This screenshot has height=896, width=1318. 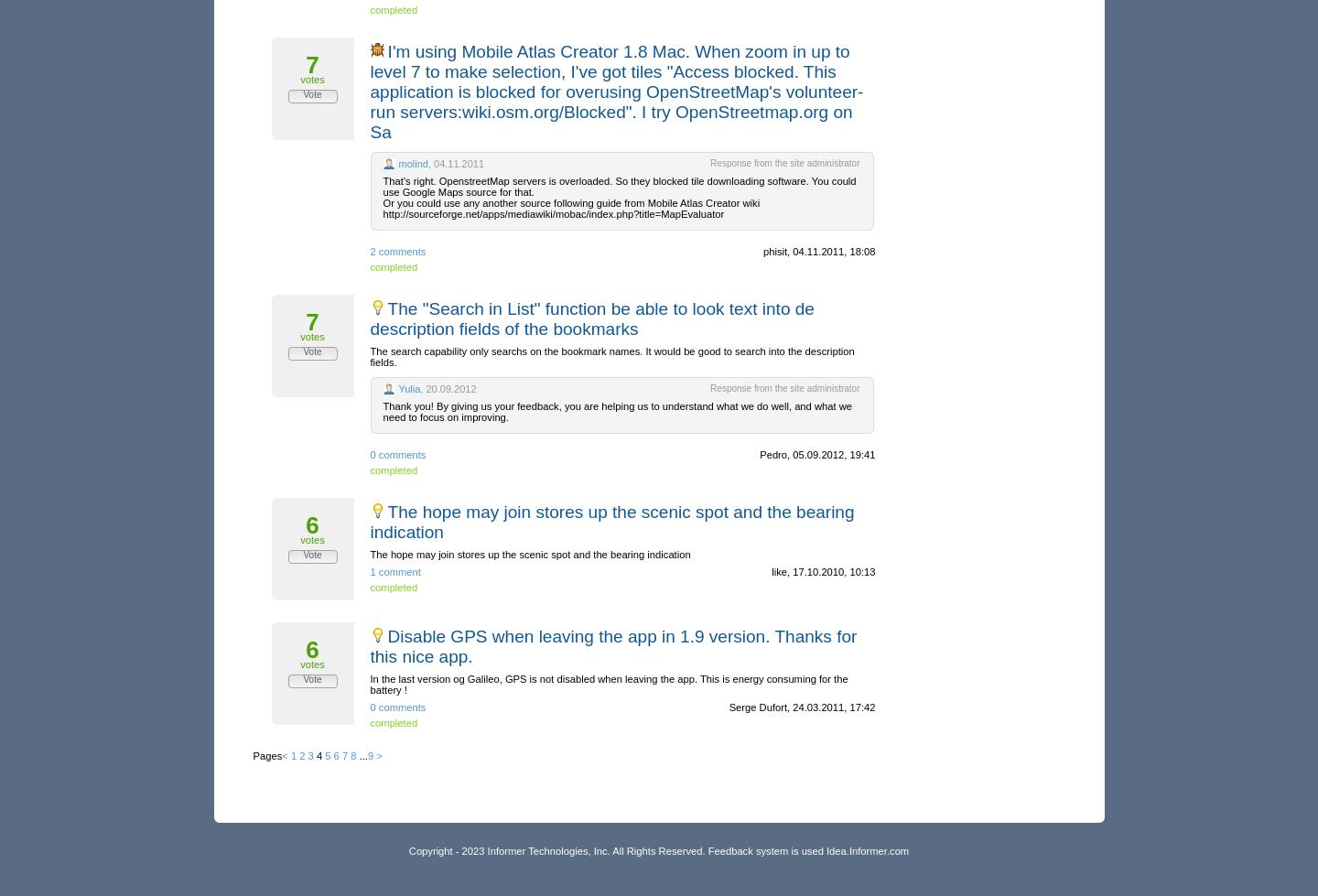 What do you see at coordinates (394, 570) in the screenshot?
I see `'1 comment'` at bounding box center [394, 570].